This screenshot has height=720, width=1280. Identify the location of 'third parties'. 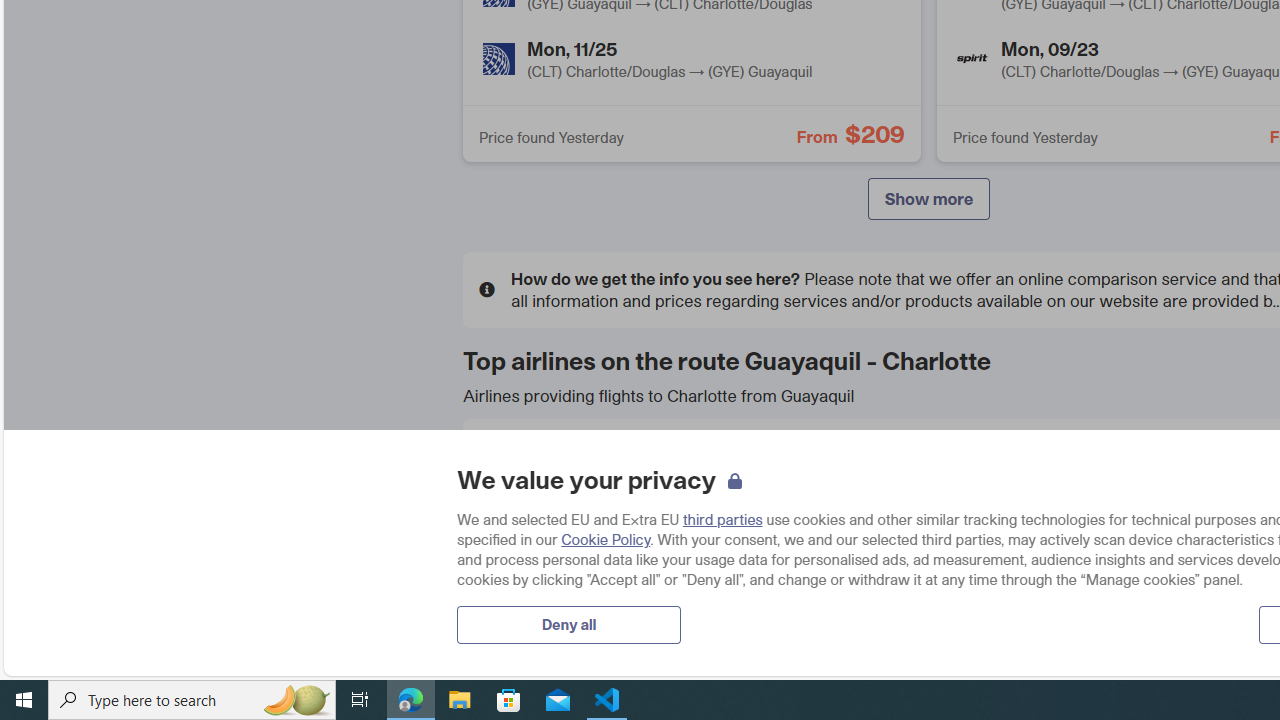
(721, 518).